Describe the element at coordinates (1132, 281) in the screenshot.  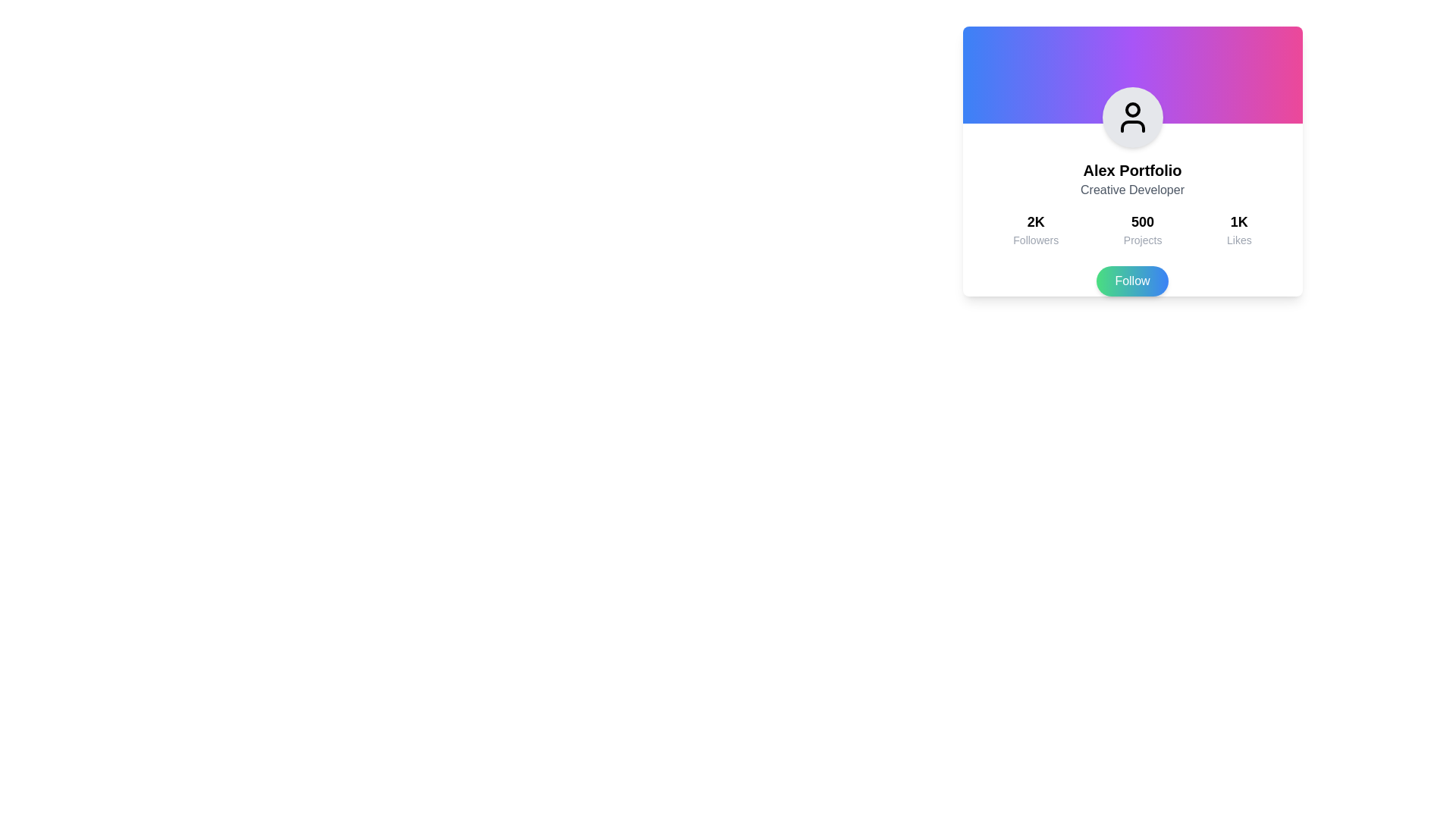
I see `the follow button located in the lower section of the user information card to trigger a visual state change` at that location.